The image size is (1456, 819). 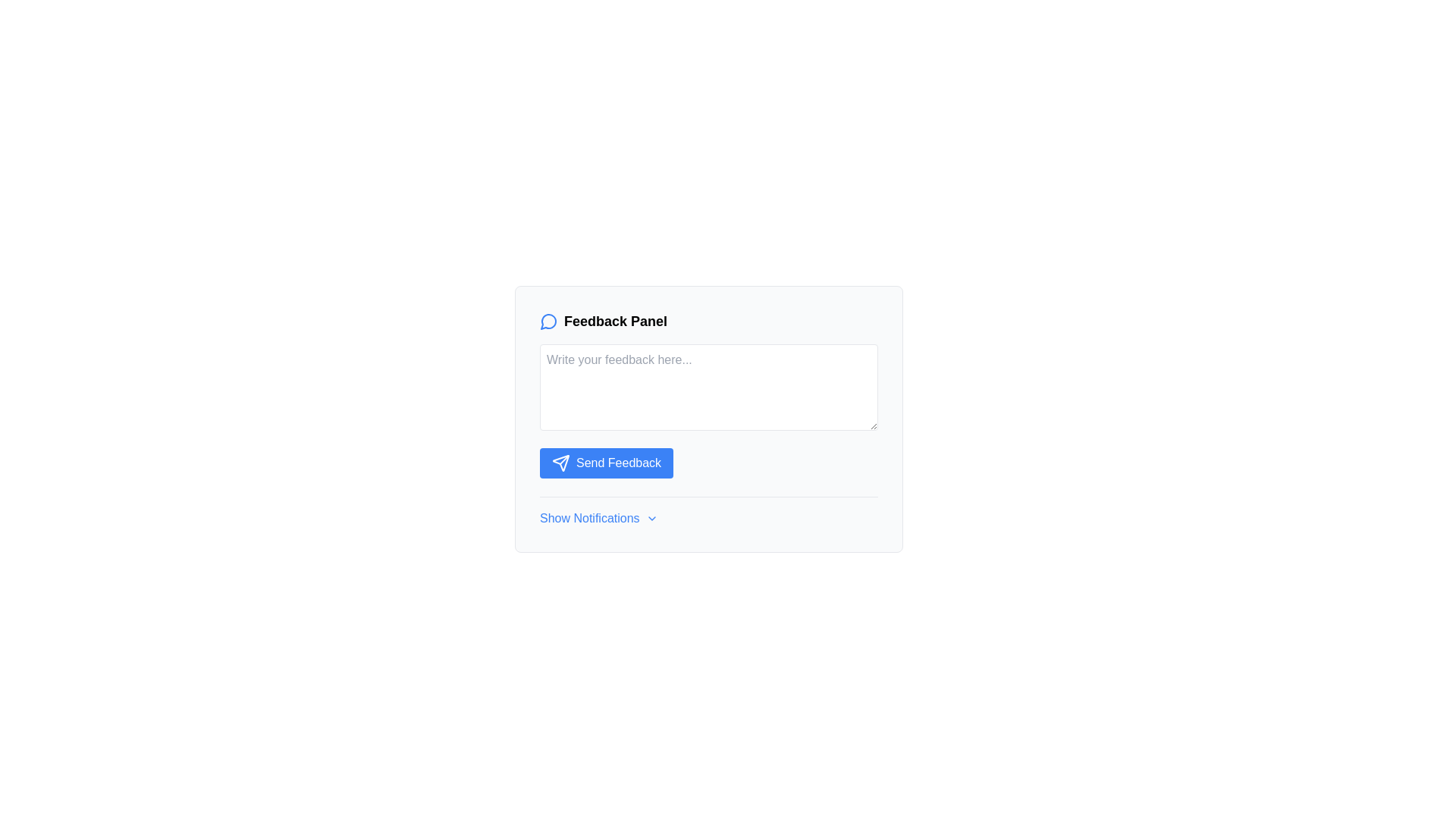 I want to click on the downward-pointing chevron icon next to the text 'Show Notifications', so click(x=651, y=517).